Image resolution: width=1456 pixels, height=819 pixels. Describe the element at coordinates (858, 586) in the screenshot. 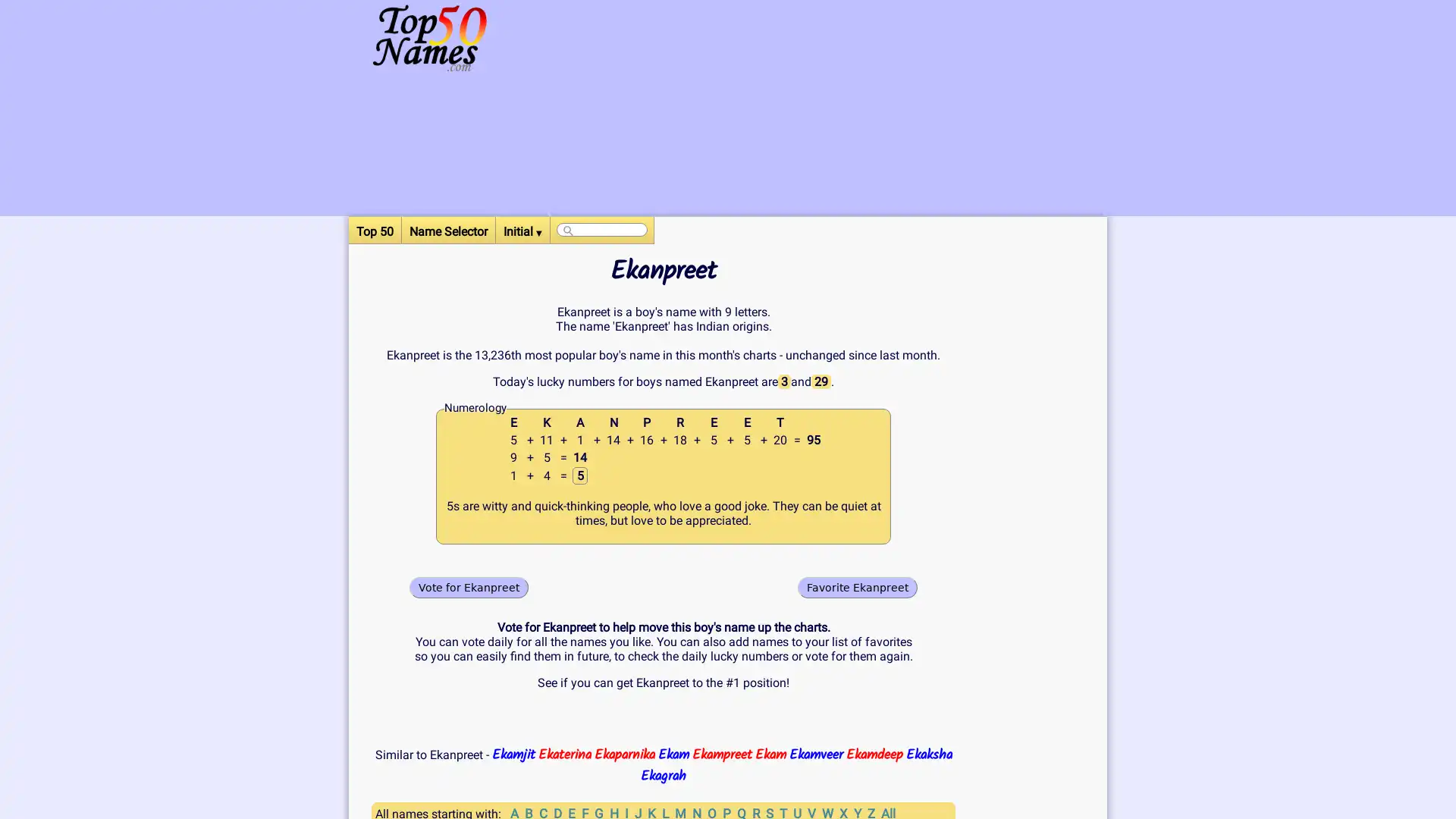

I see `Favorite Ekanpreet` at that location.